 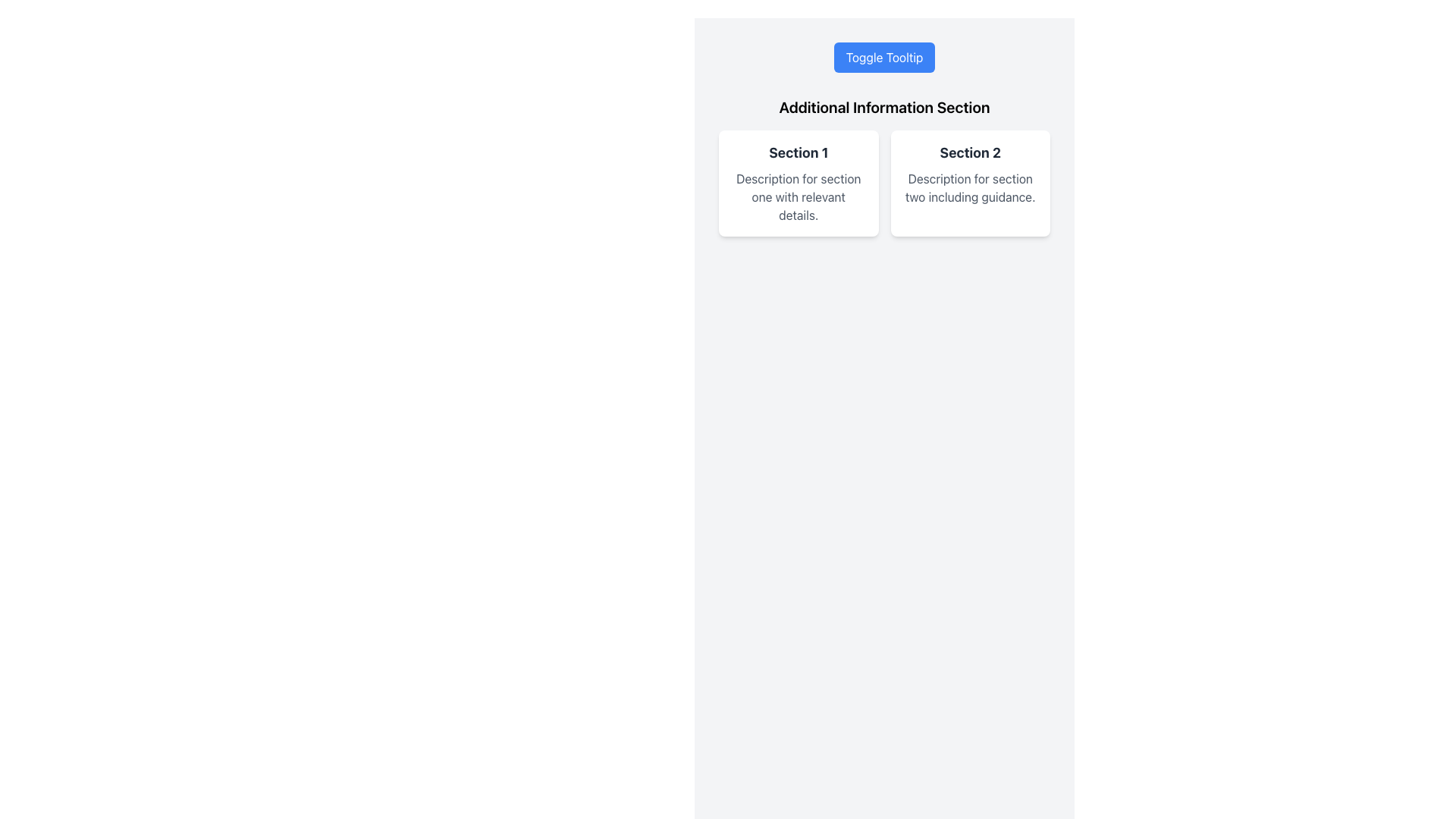 I want to click on the Text label that serves as a section header for the content below it in the card-like section titled 'Additional Information Section', so click(x=798, y=152).